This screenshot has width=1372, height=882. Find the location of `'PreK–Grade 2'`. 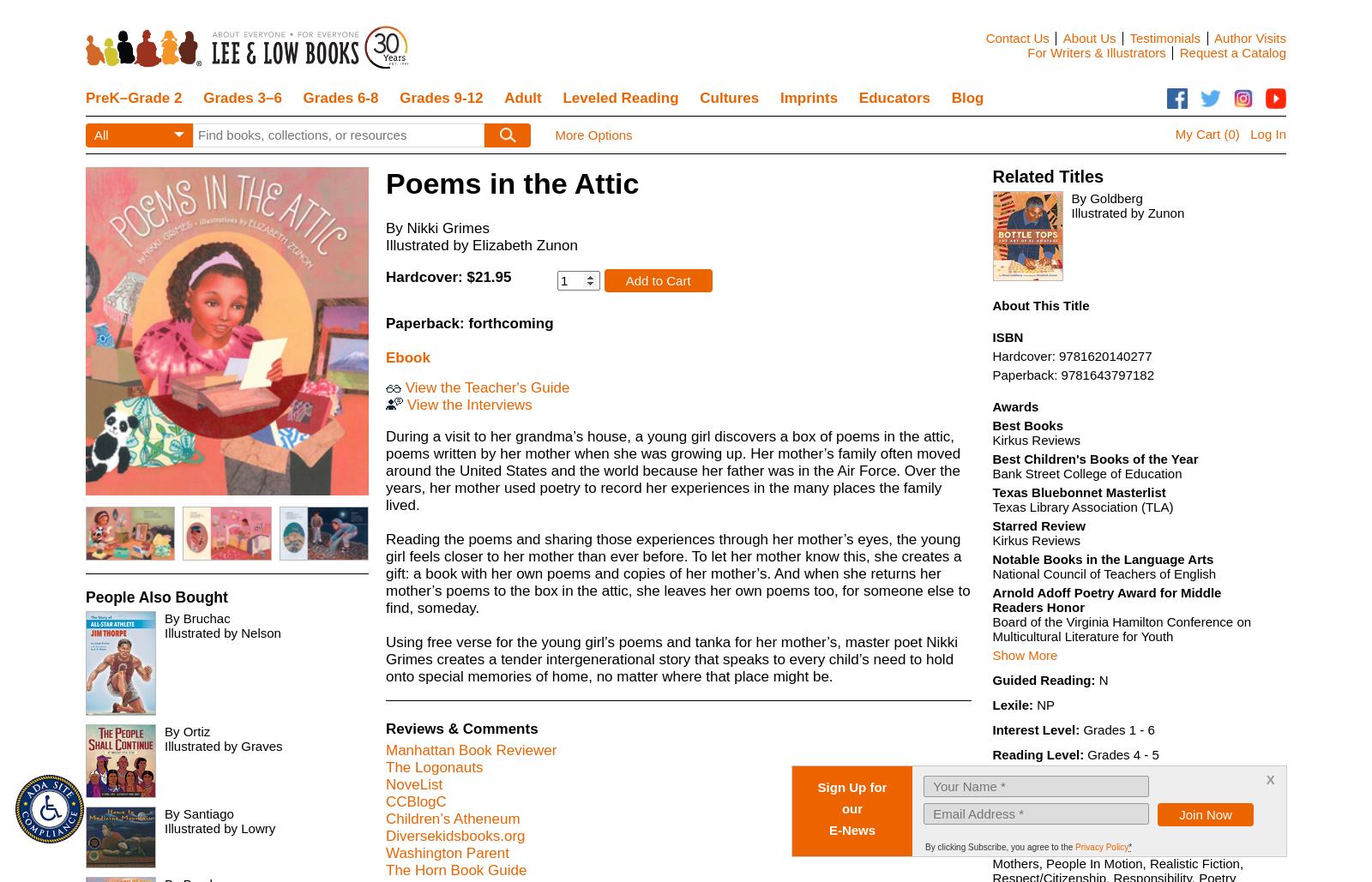

'PreK–Grade 2' is located at coordinates (133, 97).